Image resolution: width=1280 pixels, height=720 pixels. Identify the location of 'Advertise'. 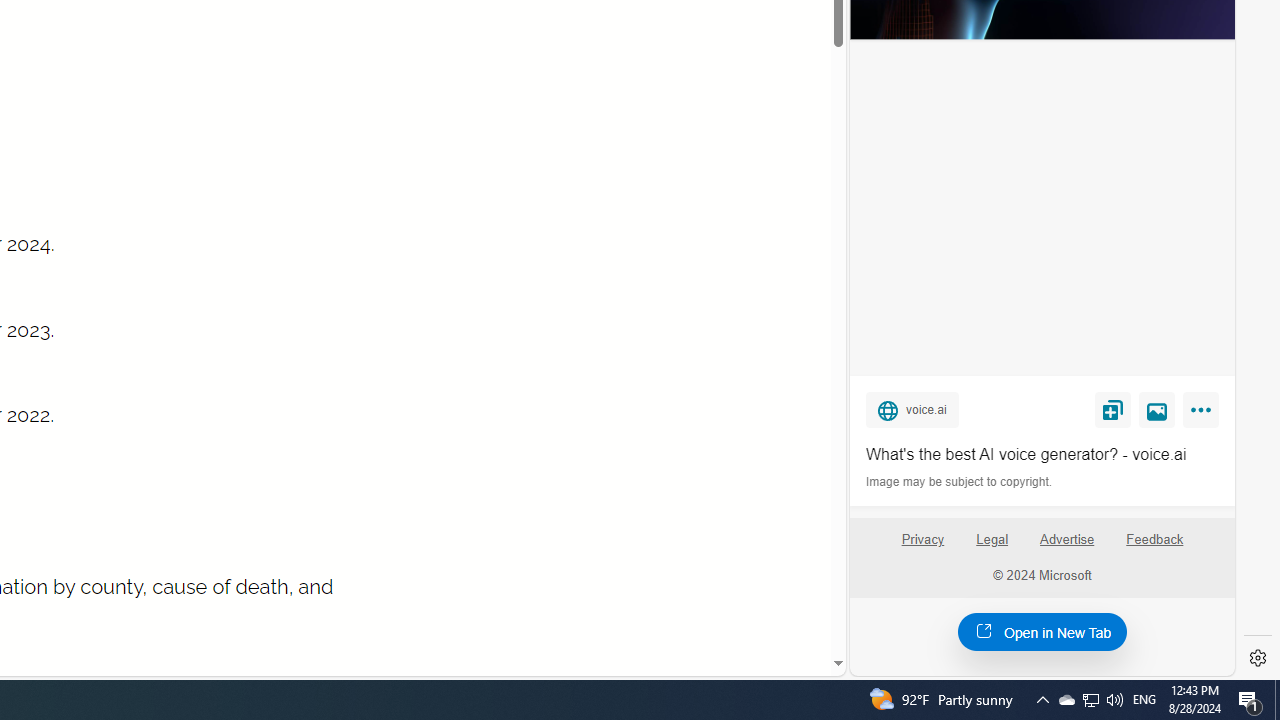
(1066, 547).